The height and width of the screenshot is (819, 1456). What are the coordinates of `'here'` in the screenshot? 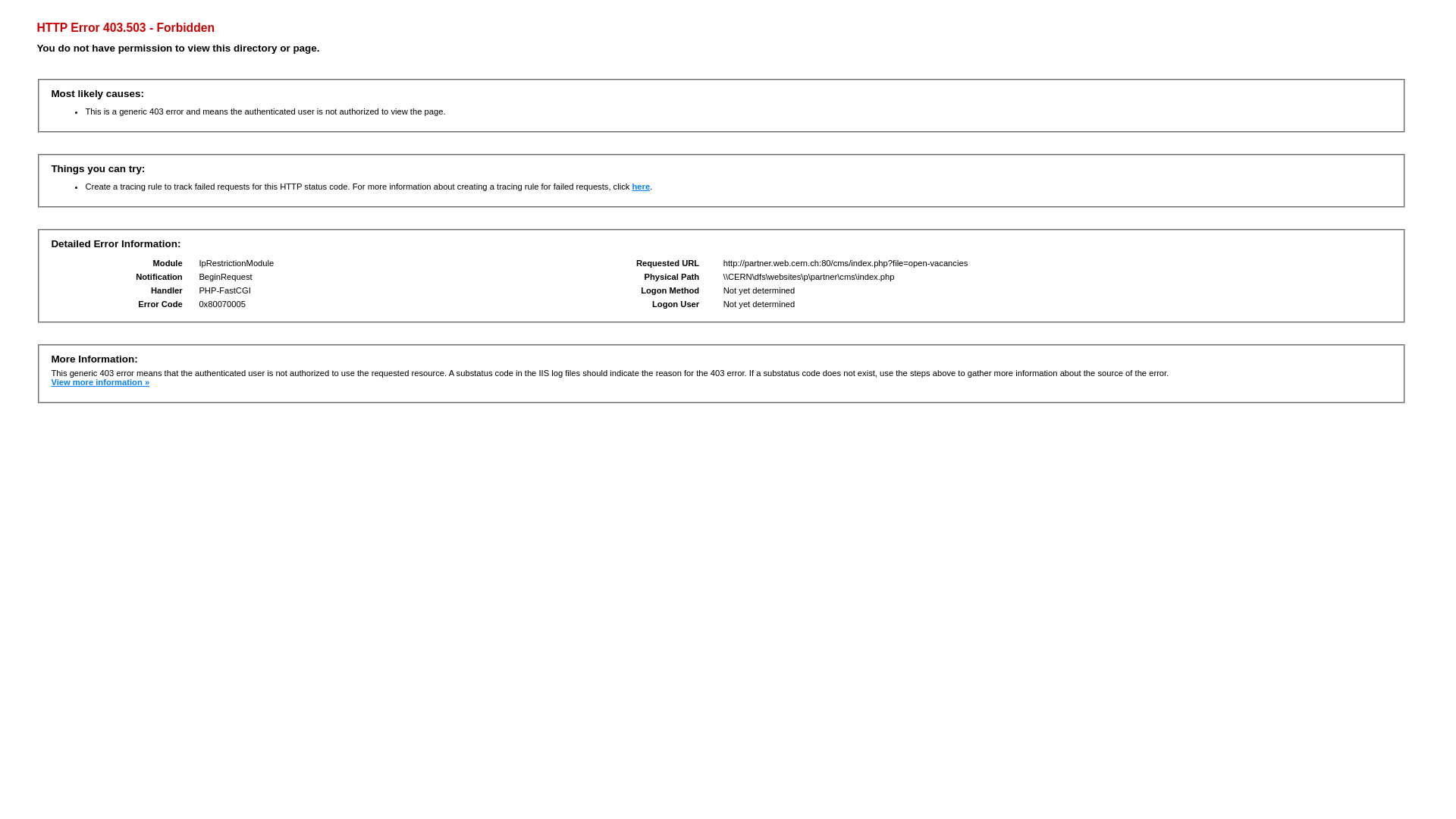 It's located at (640, 186).